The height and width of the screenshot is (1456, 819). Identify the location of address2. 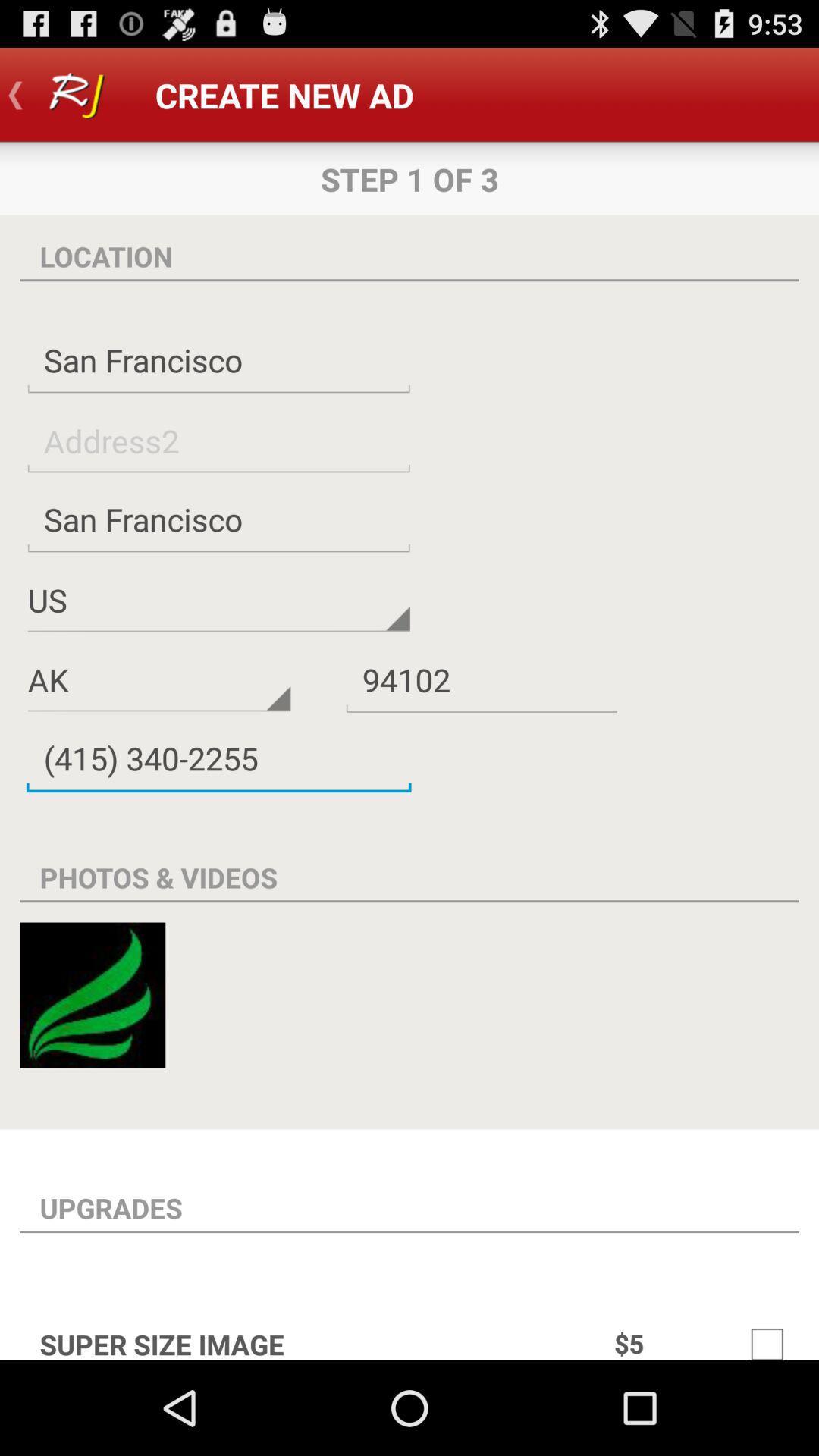
(218, 440).